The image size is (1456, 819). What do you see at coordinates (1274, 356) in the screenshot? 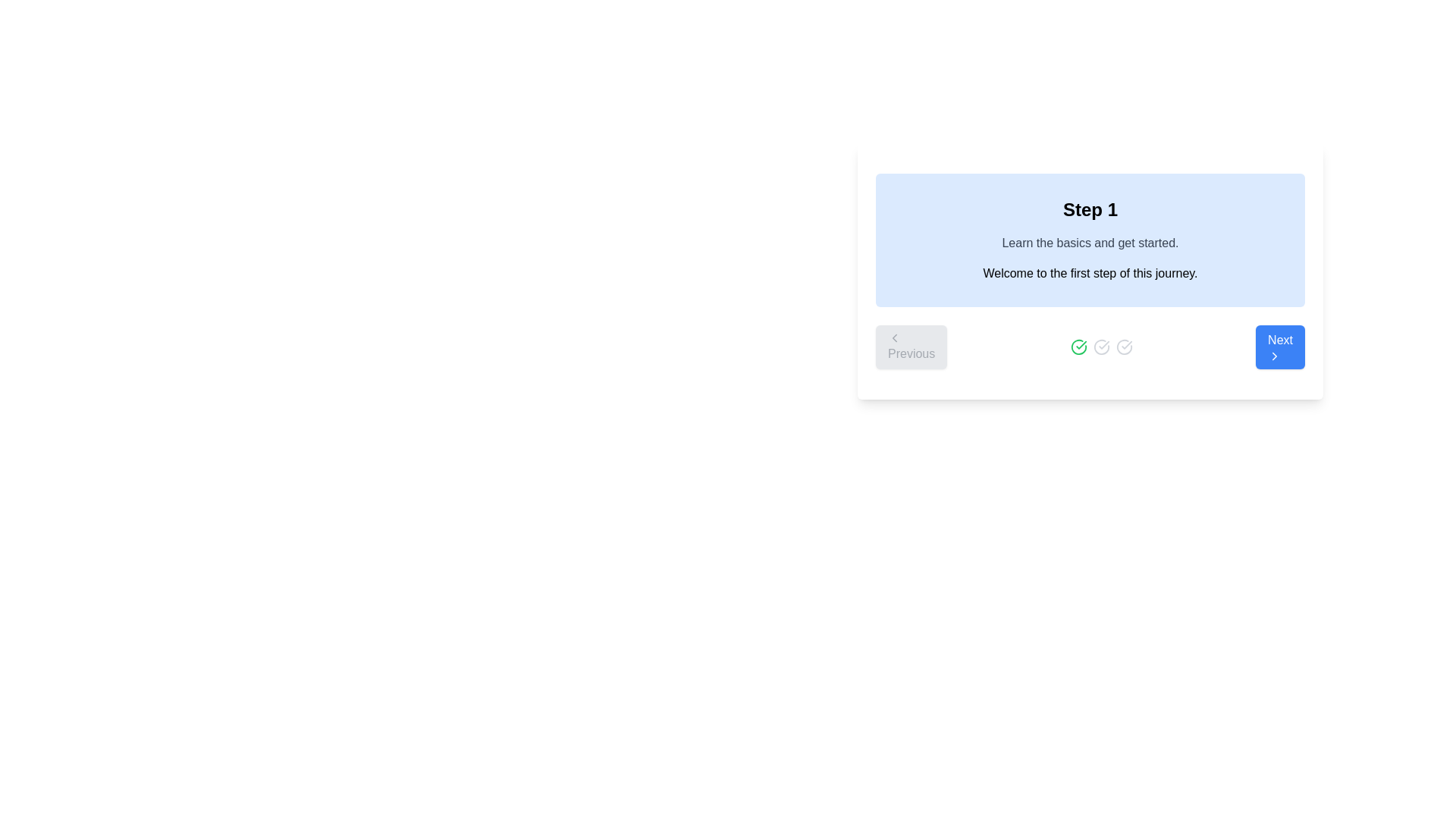
I see `the design of the Chevron Arrow icon located at the bottom-right corner of the interface, which serves as a visual cue for progression in the 'Next' button` at bounding box center [1274, 356].